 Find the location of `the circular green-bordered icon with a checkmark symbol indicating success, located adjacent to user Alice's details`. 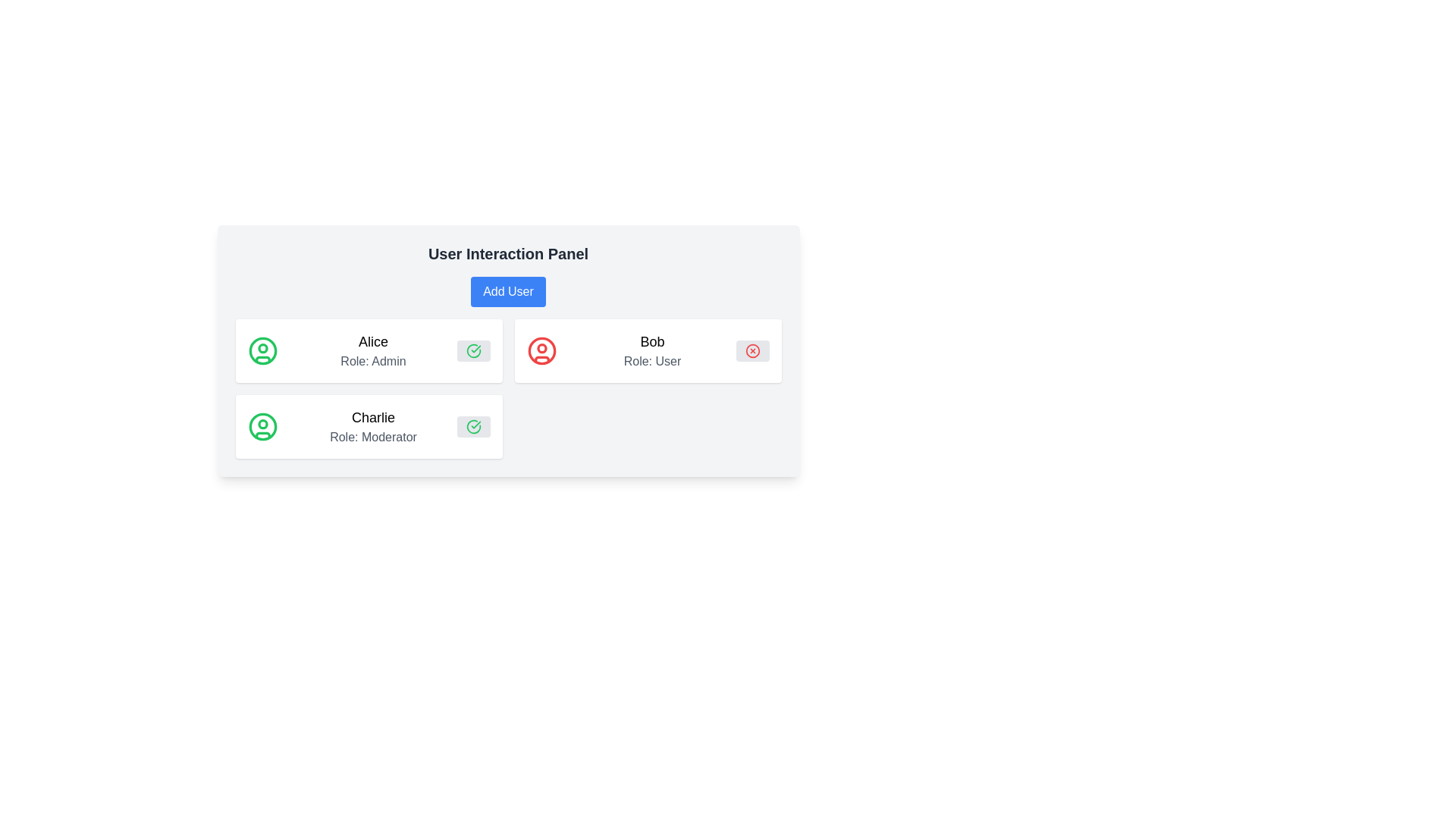

the circular green-bordered icon with a checkmark symbol indicating success, located adjacent to user Alice's details is located at coordinates (472, 427).